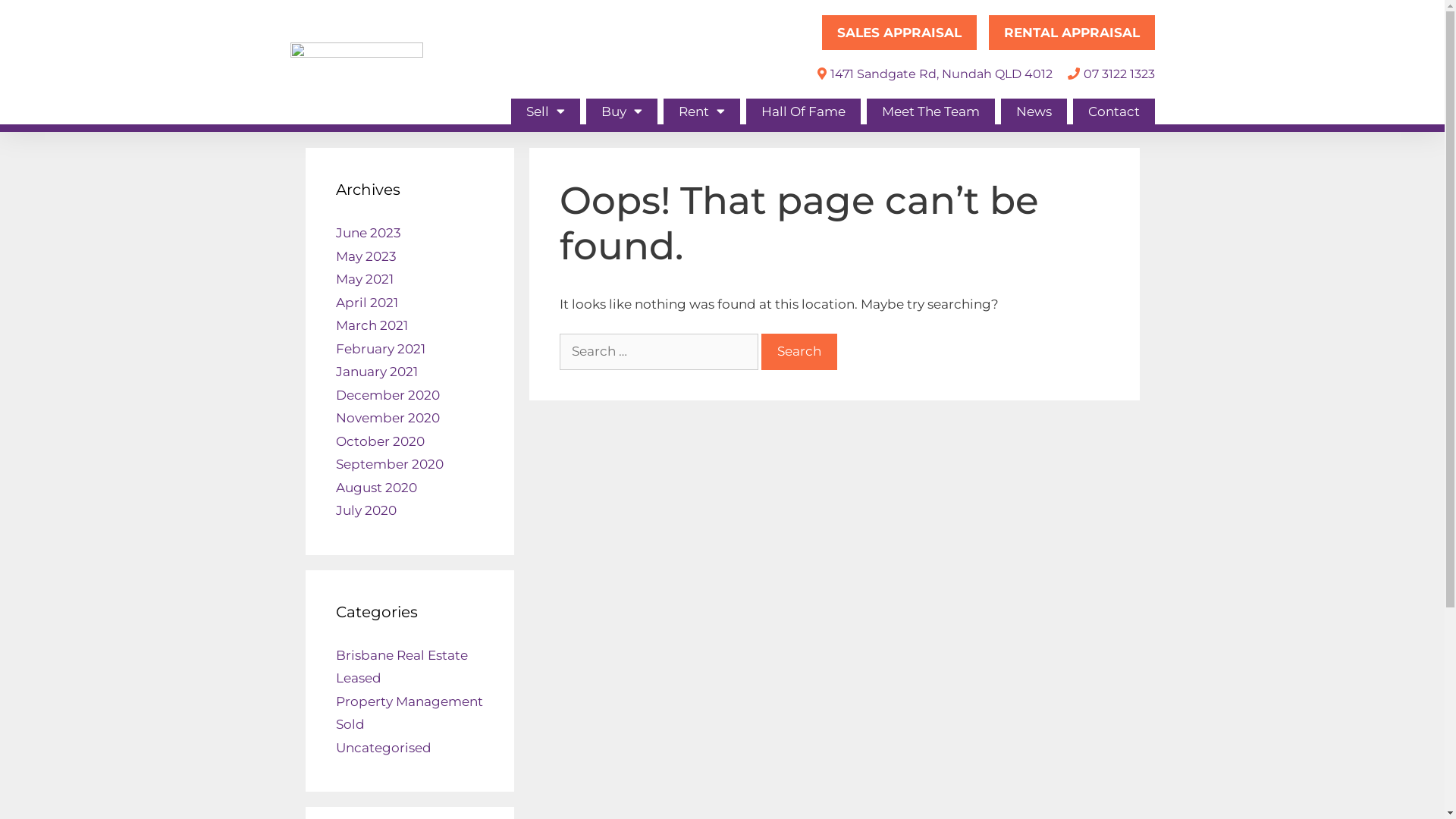 This screenshot has width=1456, height=819. Describe the element at coordinates (621, 110) in the screenshot. I see `'Buy'` at that location.